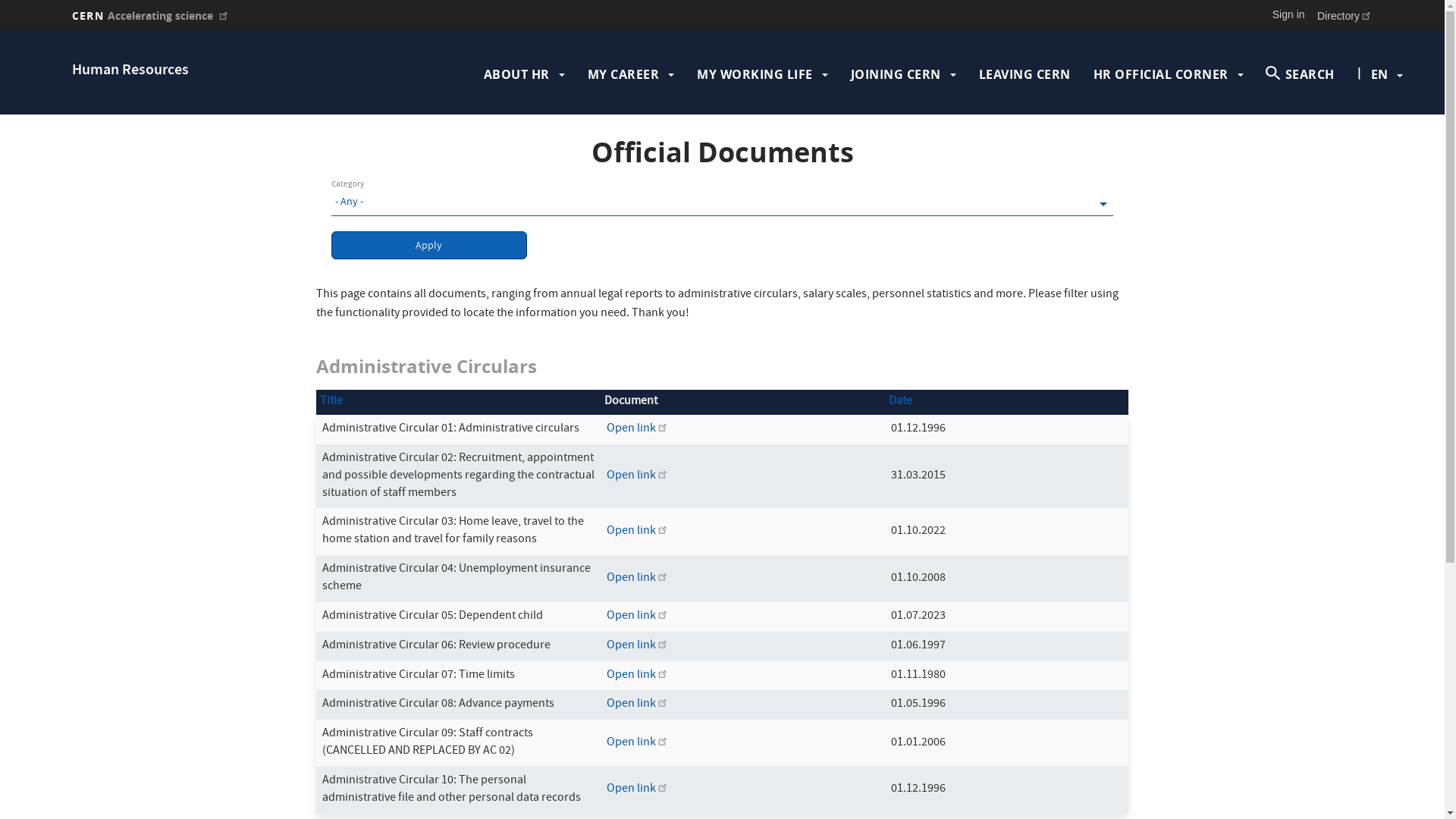  Describe the element at coordinates (623, 74) in the screenshot. I see `'MY CAREER'` at that location.